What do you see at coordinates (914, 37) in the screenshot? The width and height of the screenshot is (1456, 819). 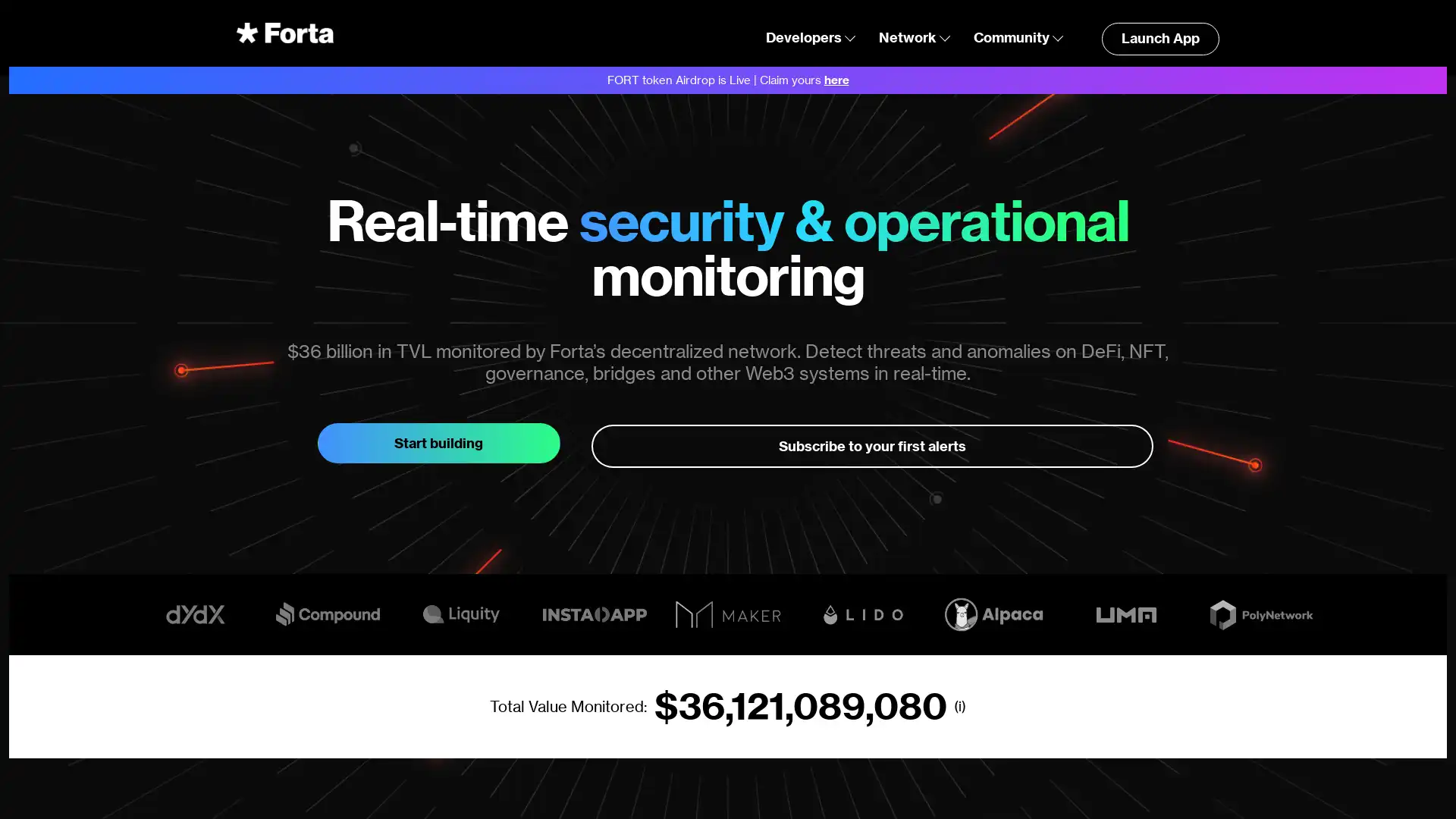 I see `Network` at bounding box center [914, 37].